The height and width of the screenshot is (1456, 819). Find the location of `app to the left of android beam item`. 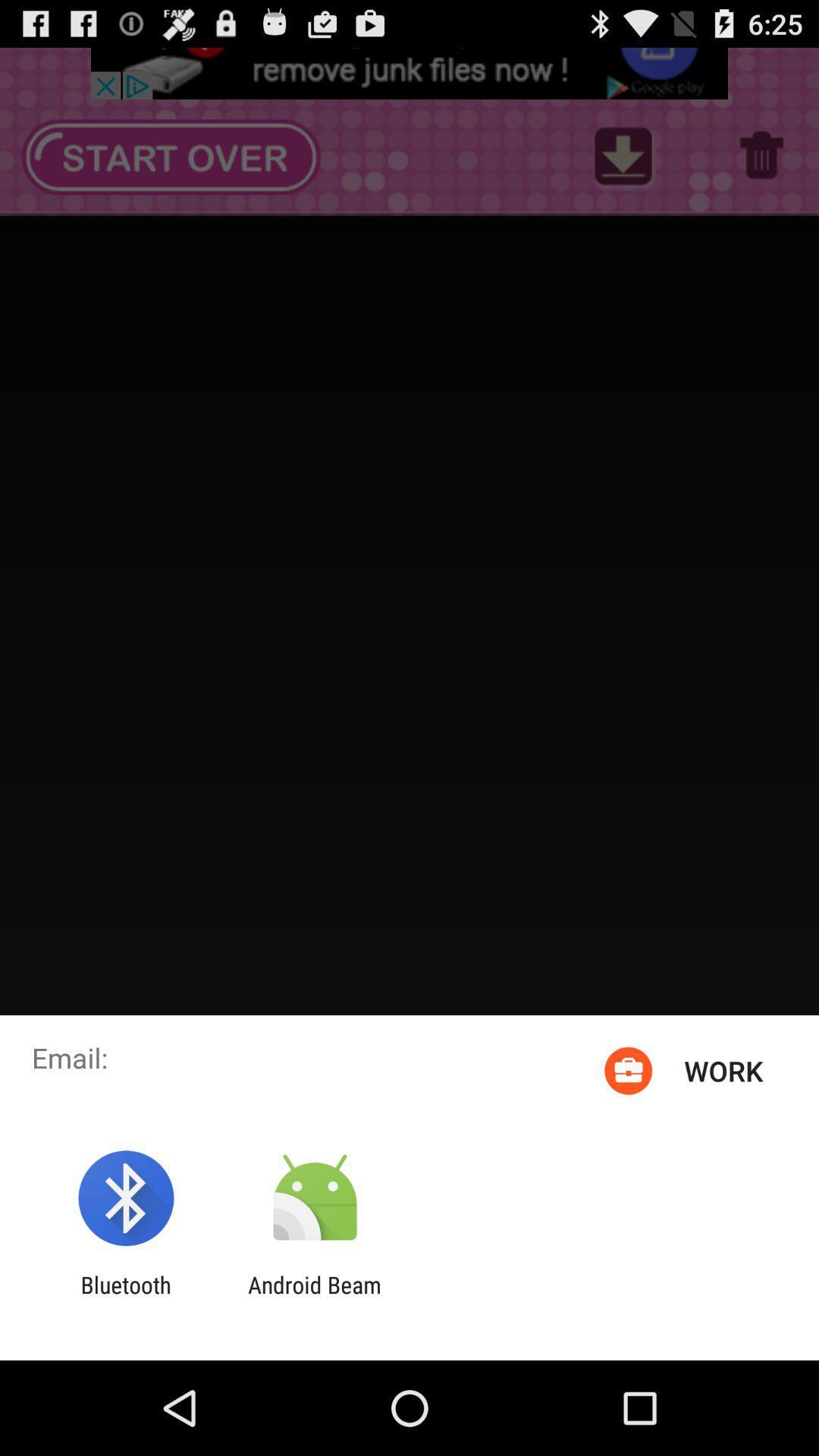

app to the left of android beam item is located at coordinates (125, 1298).